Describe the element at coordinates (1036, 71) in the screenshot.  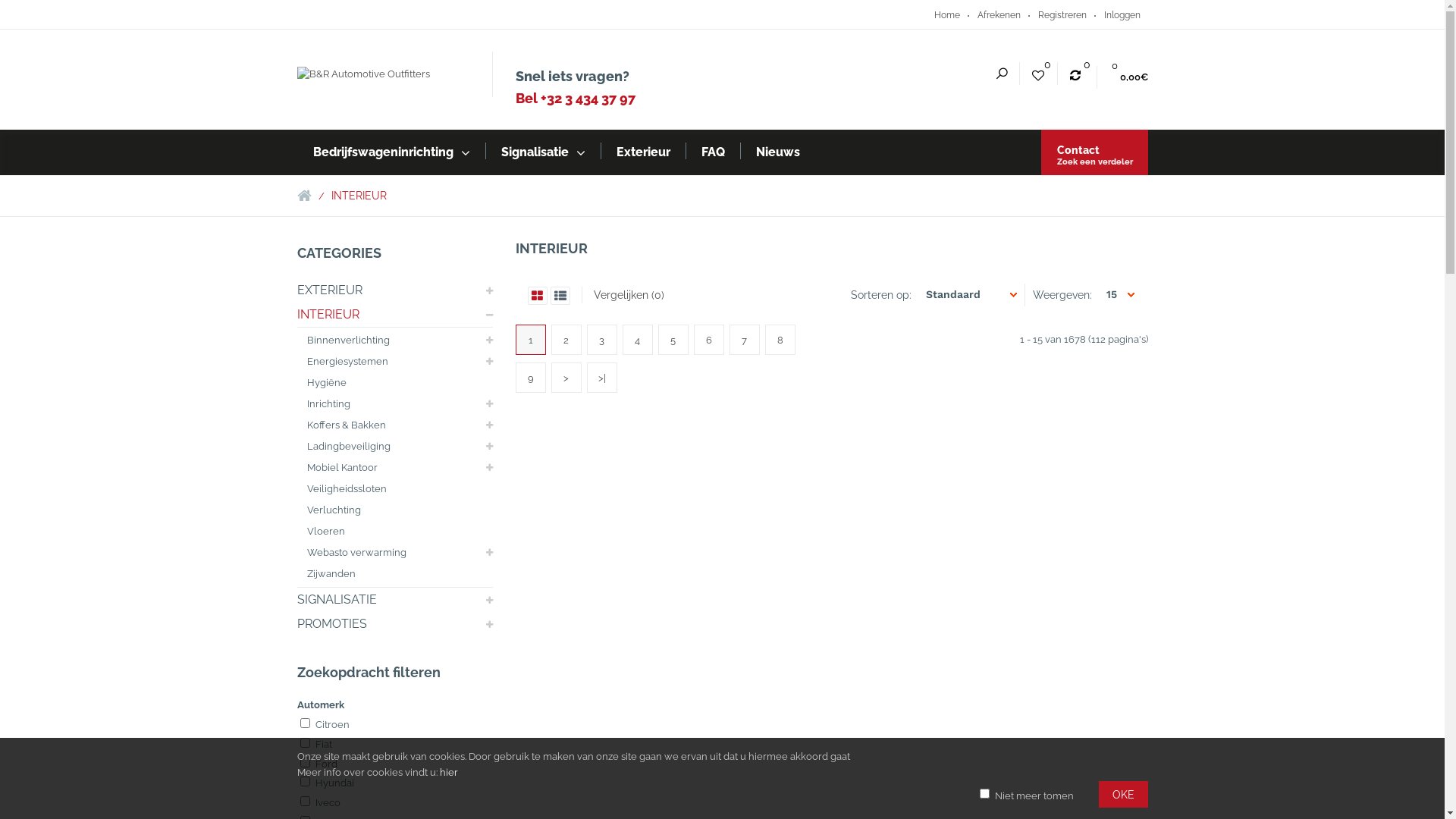
I see `'0'` at that location.